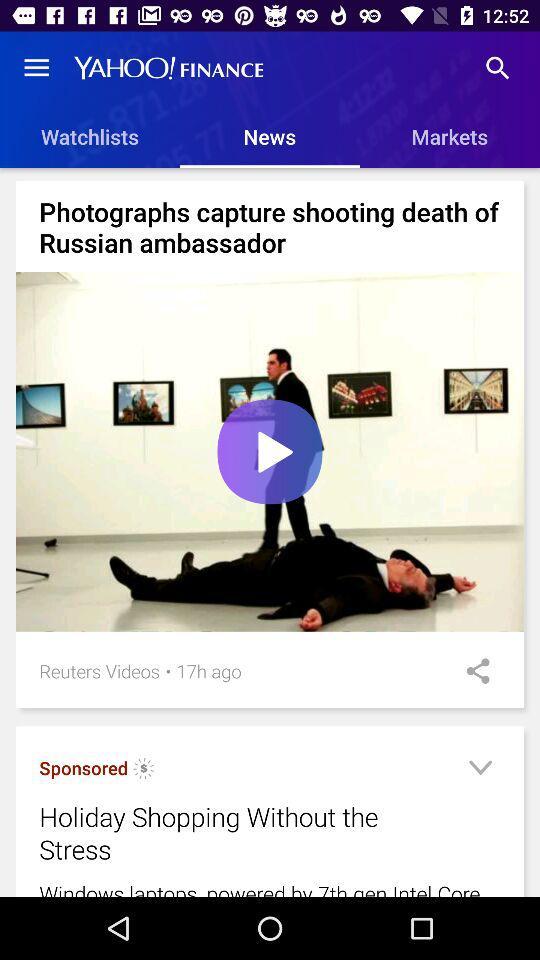 This screenshot has height=960, width=540. I want to click on sponsored icon, so click(82, 767).